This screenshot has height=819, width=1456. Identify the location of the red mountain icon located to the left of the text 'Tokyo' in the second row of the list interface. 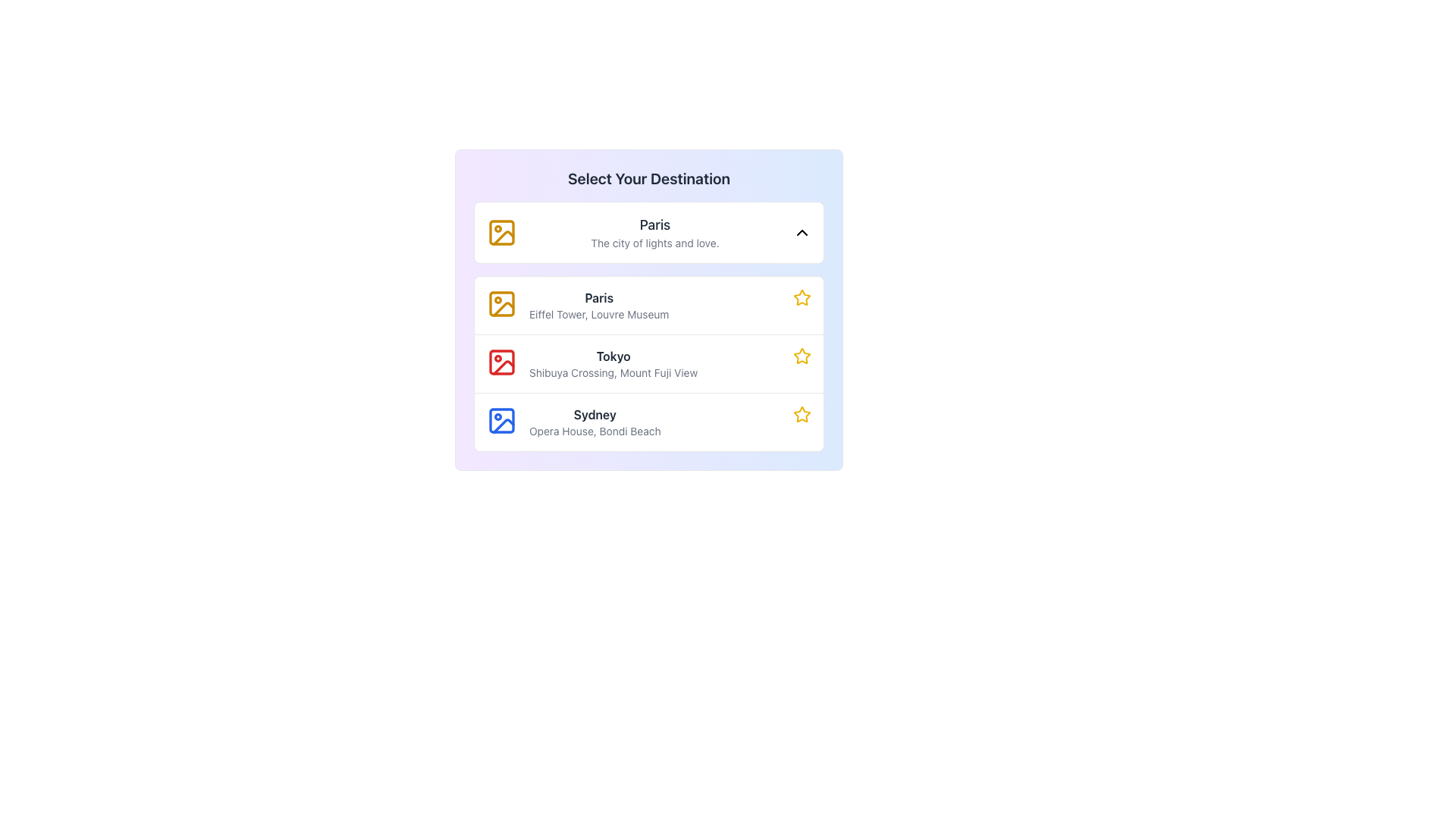
(504, 367).